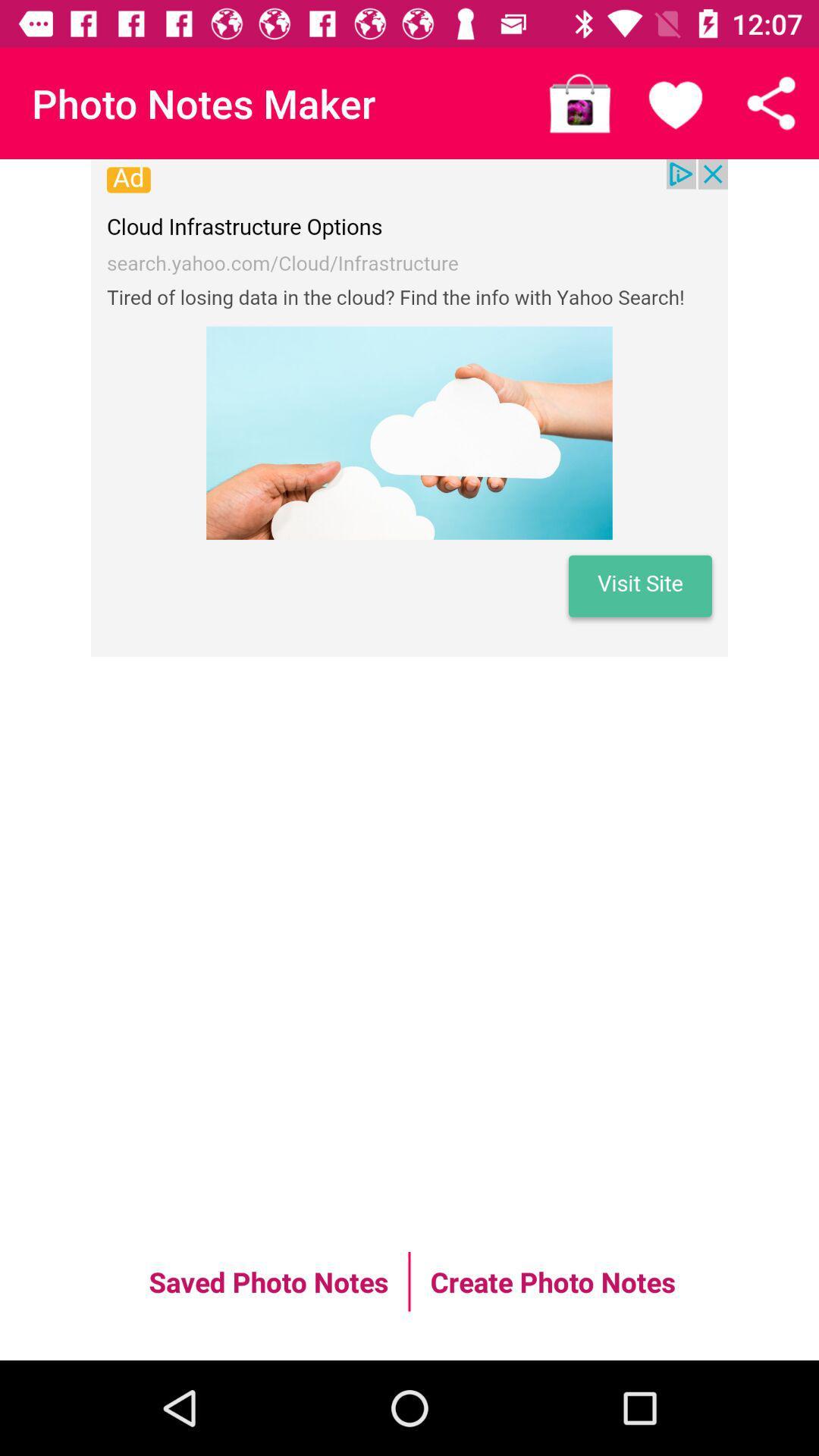 The height and width of the screenshot is (1456, 819). Describe the element at coordinates (771, 102) in the screenshot. I see `share the article` at that location.